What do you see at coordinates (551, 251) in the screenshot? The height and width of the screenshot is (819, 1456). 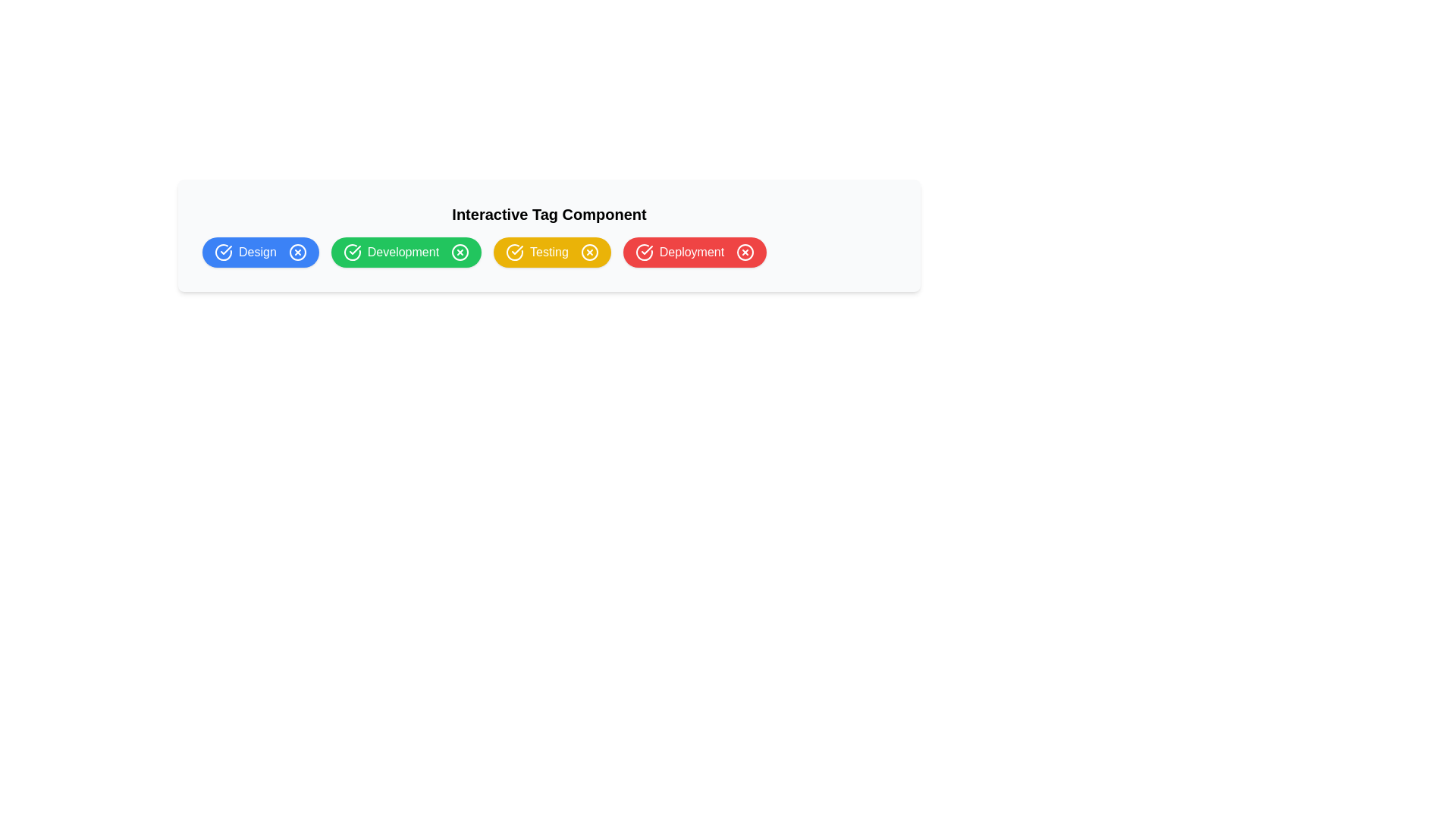 I see `the third button in a group that indicates the status 'Testing', located between the 'Development' button and the 'Deployment' button` at bounding box center [551, 251].